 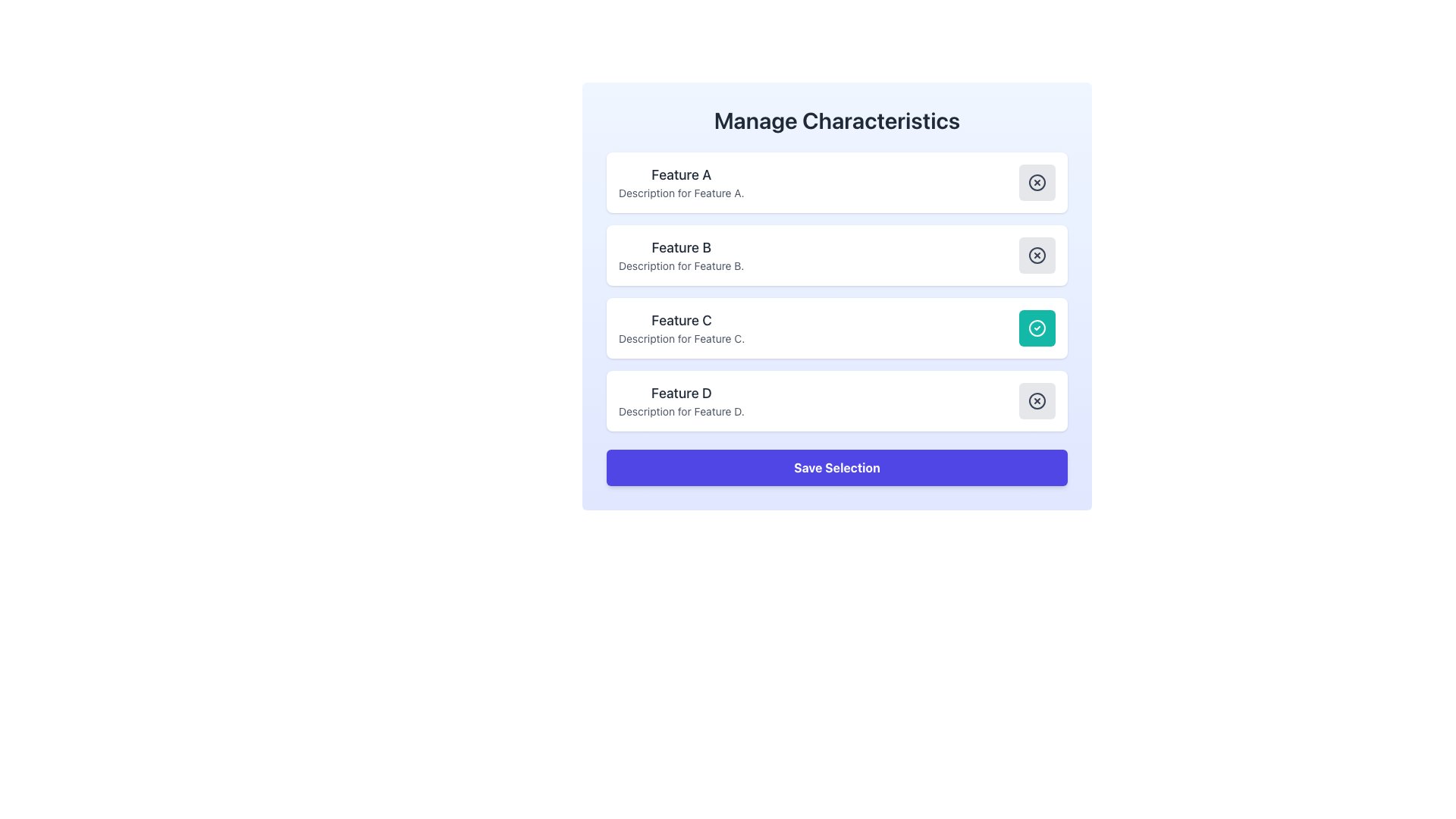 What do you see at coordinates (1037, 400) in the screenshot?
I see `the circular button with a gray background and a dark gray cross icon, which is positioned inline with the text 'Feature DDescription for Feature D.'` at bounding box center [1037, 400].